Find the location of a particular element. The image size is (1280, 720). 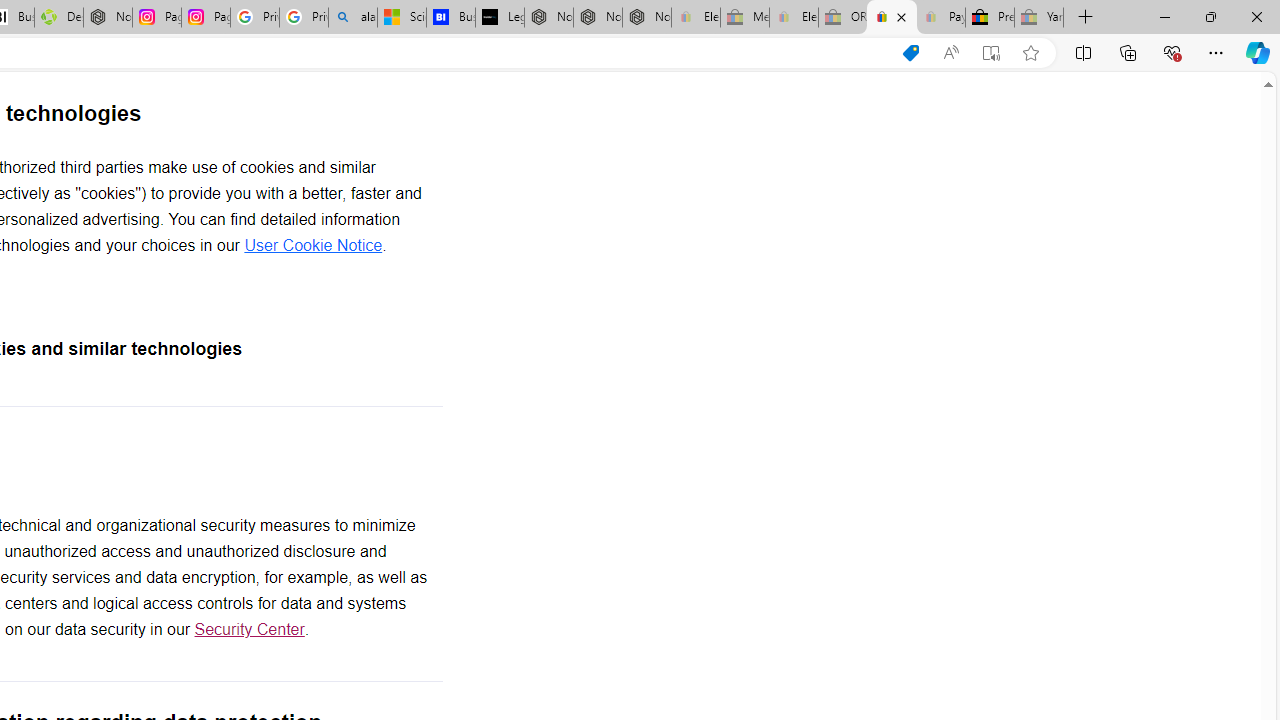

'User Cookie Notice' is located at coordinates (312, 244).